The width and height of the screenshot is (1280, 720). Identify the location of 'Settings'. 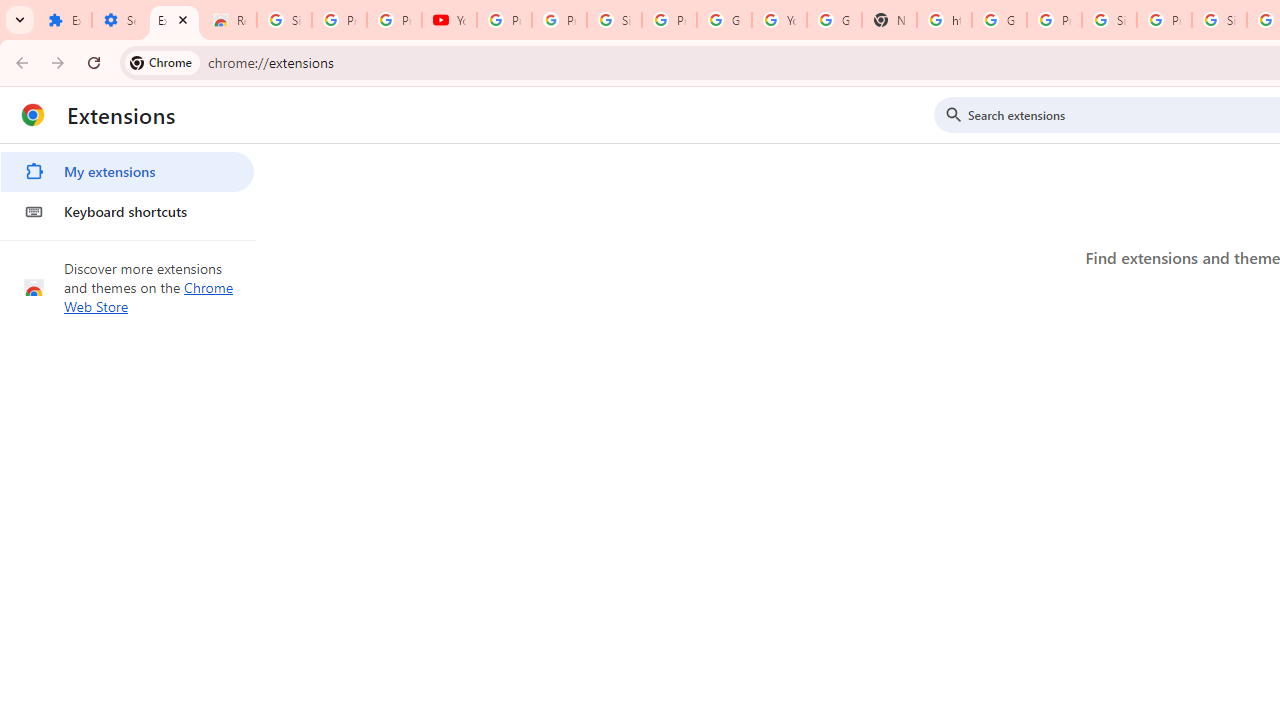
(118, 20).